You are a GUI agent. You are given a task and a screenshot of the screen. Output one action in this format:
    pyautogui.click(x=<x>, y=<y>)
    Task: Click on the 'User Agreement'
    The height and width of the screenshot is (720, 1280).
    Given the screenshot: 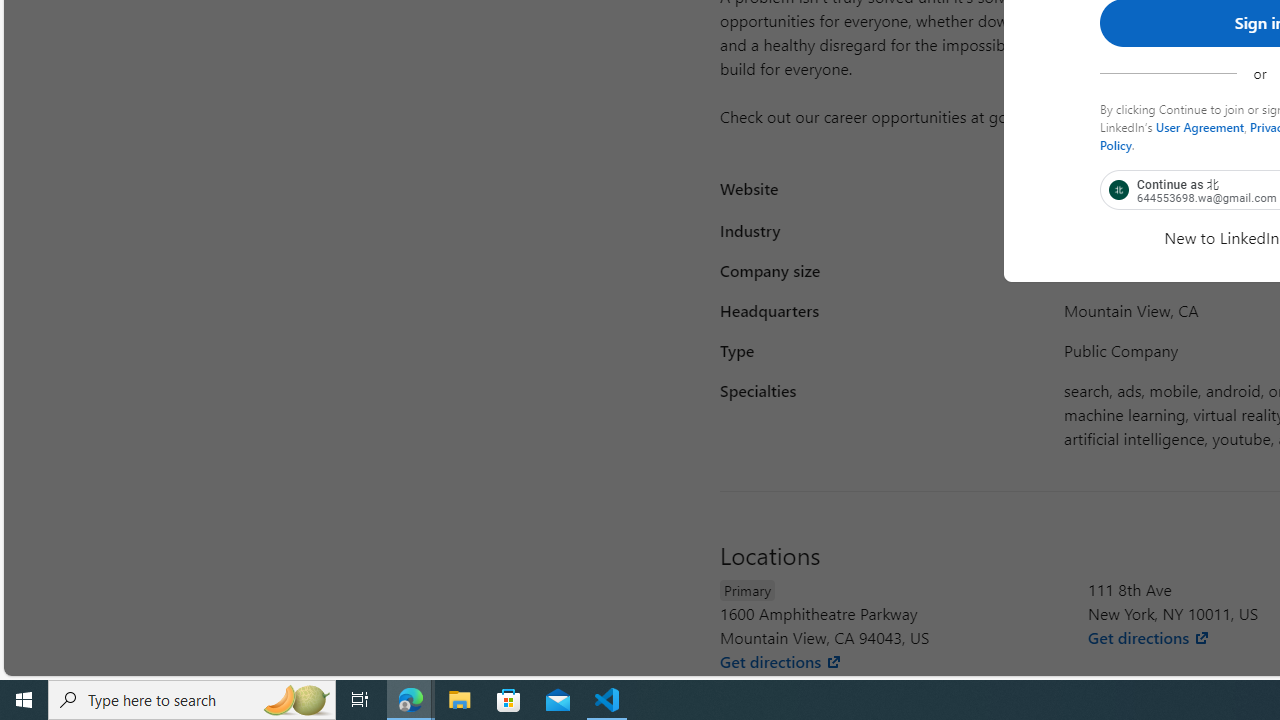 What is the action you would take?
    pyautogui.click(x=1200, y=126)
    